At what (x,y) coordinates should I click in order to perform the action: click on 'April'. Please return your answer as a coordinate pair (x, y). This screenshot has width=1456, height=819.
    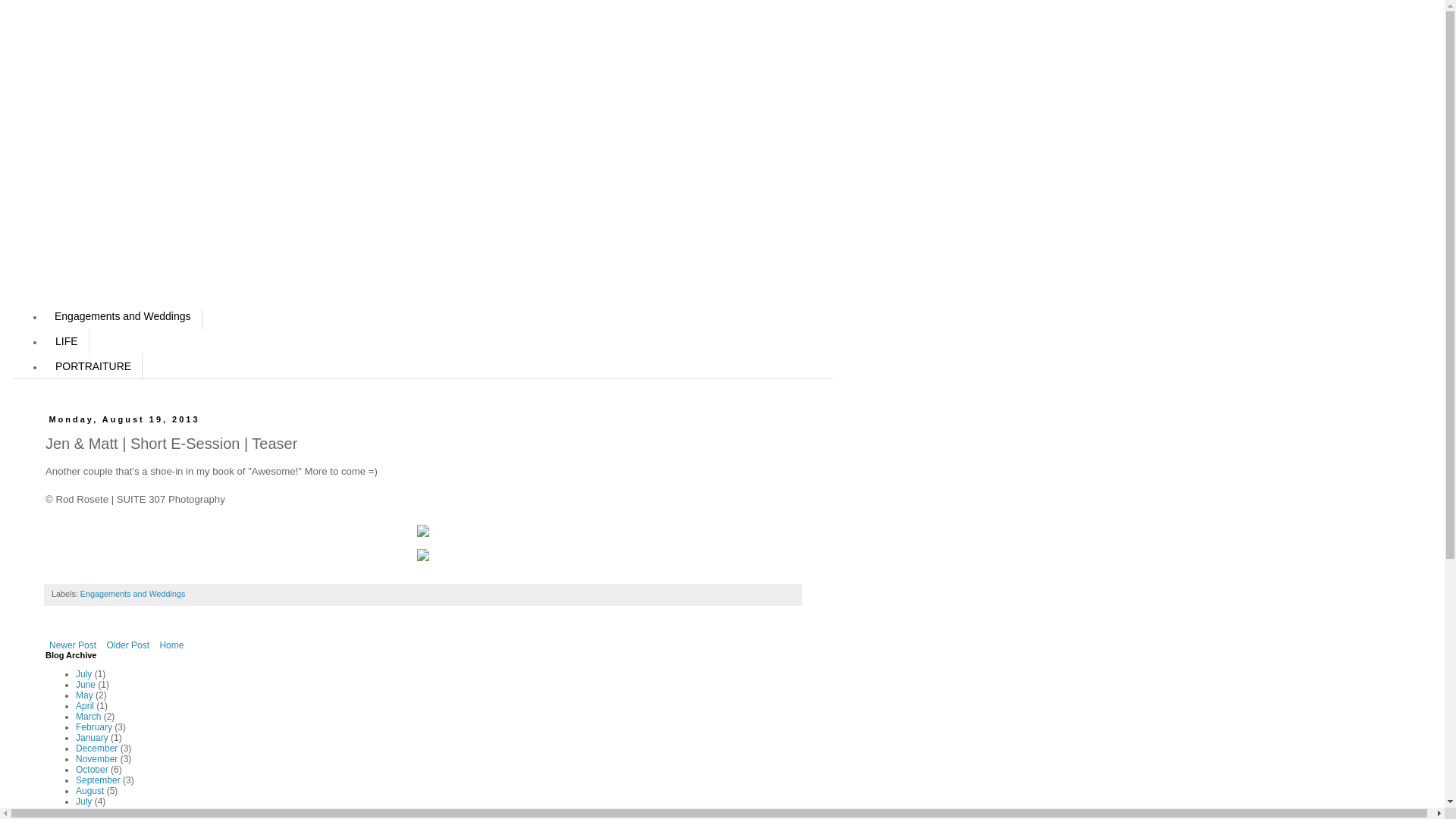
    Looking at the image, I should click on (83, 705).